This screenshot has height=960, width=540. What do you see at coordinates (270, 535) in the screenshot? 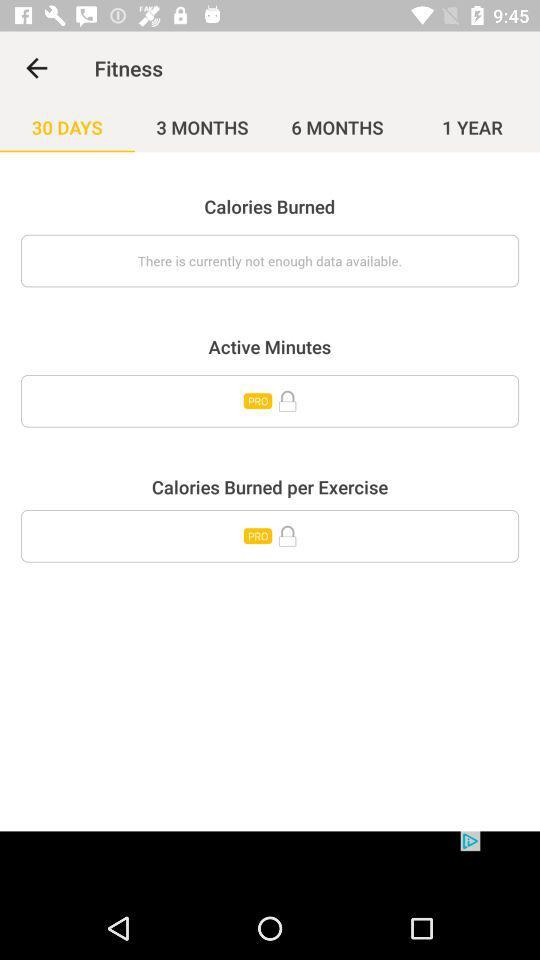
I see `icon below the calories burned per item` at bounding box center [270, 535].